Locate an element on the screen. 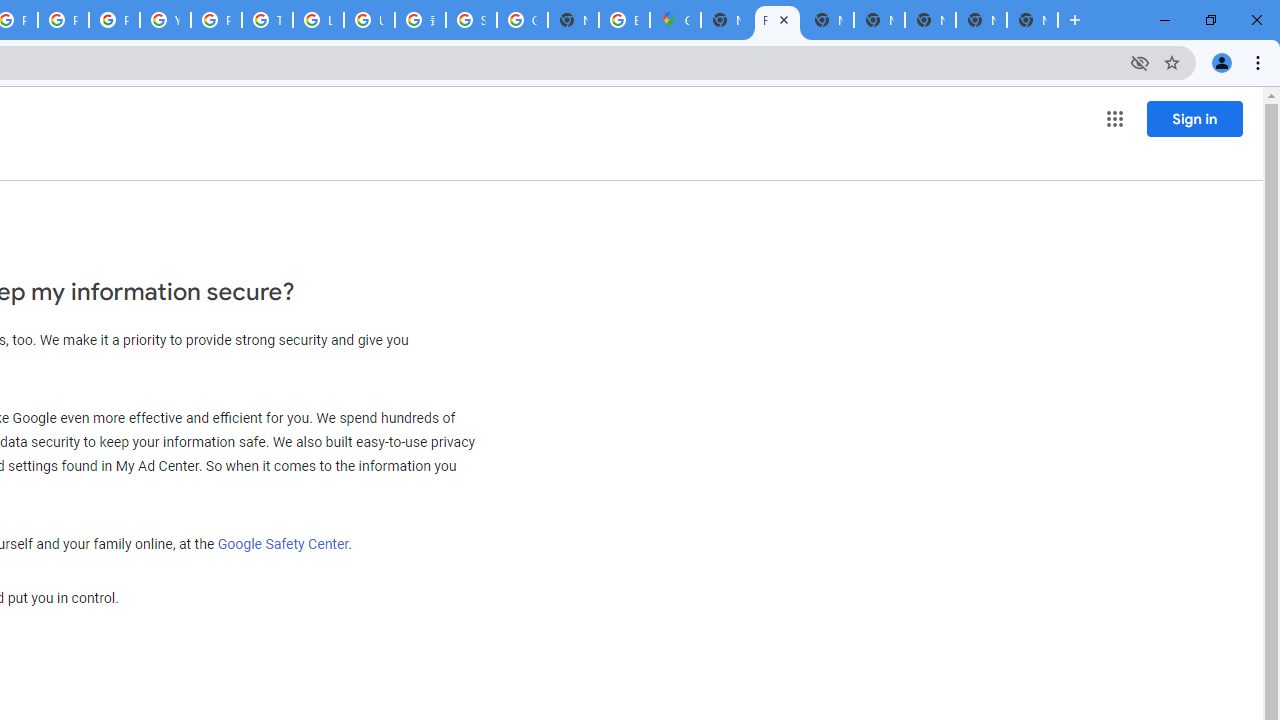 The height and width of the screenshot is (720, 1280). 'Privacy Help Center - Policies Help' is located at coordinates (64, 20).